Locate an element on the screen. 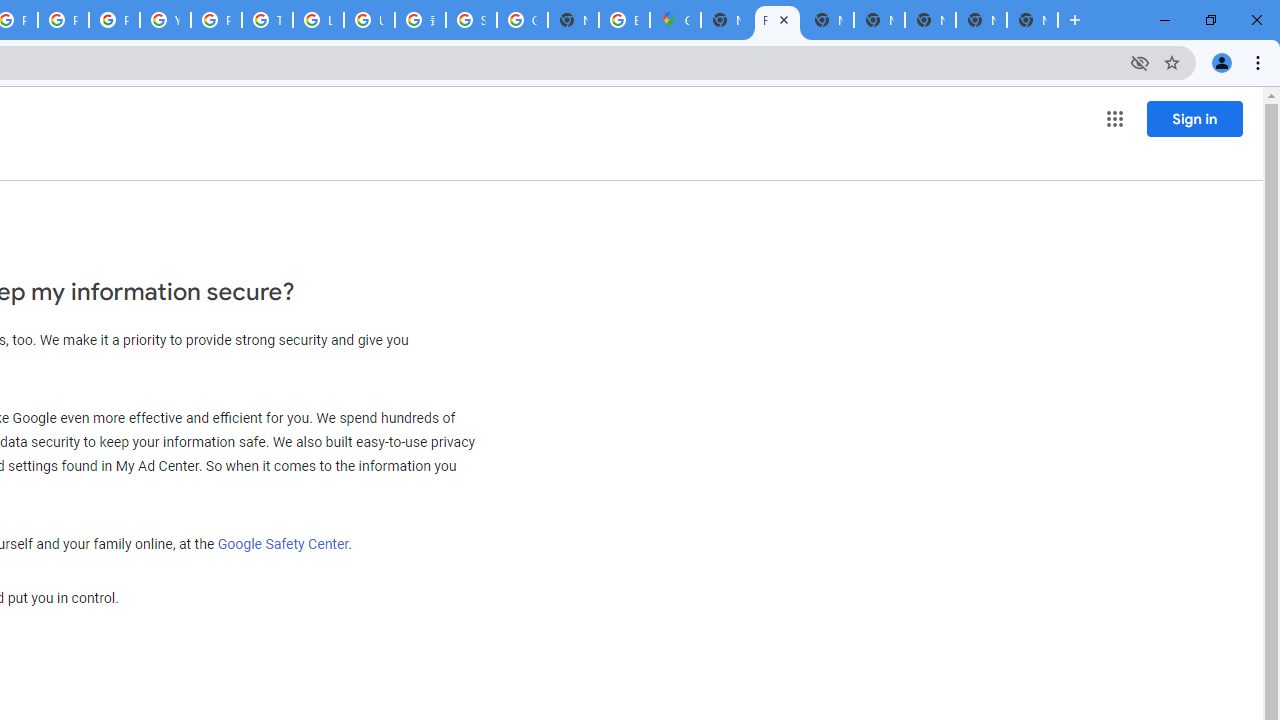 The height and width of the screenshot is (720, 1280). 'Privacy Help Center - Policies Help' is located at coordinates (64, 20).